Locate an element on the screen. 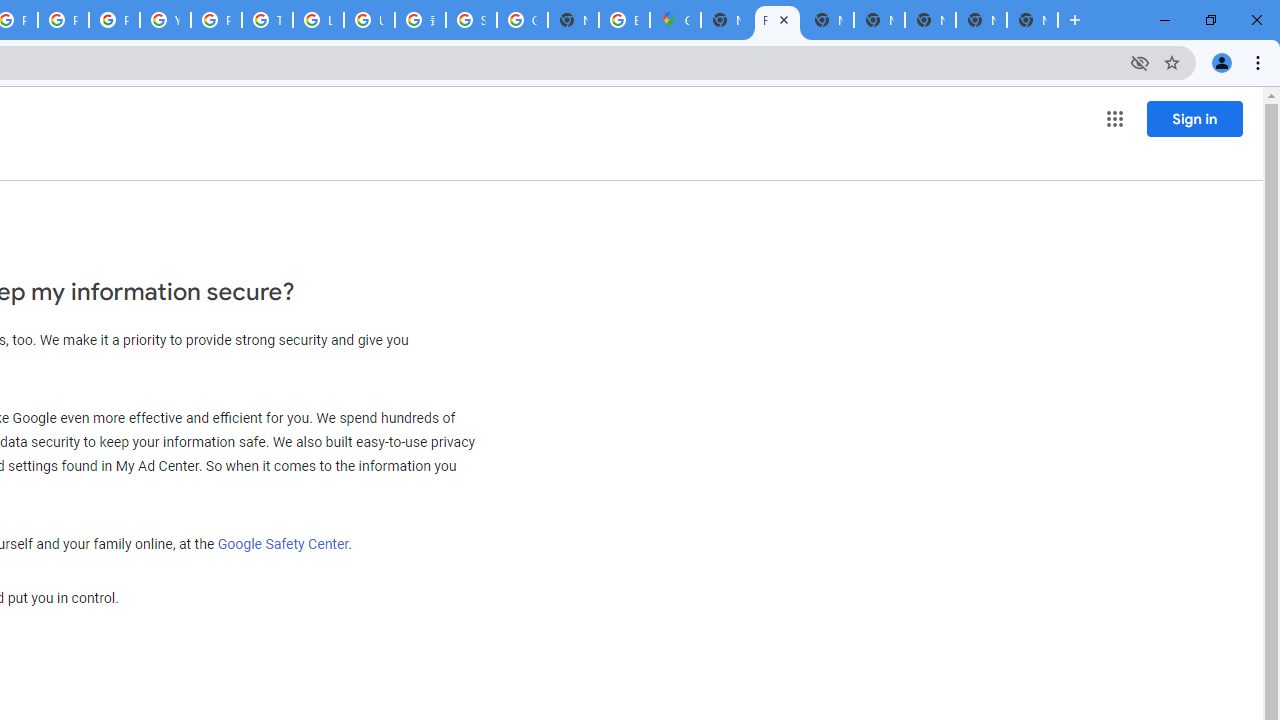 The height and width of the screenshot is (720, 1280). 'Privacy Help Center - Policies Help' is located at coordinates (64, 20).